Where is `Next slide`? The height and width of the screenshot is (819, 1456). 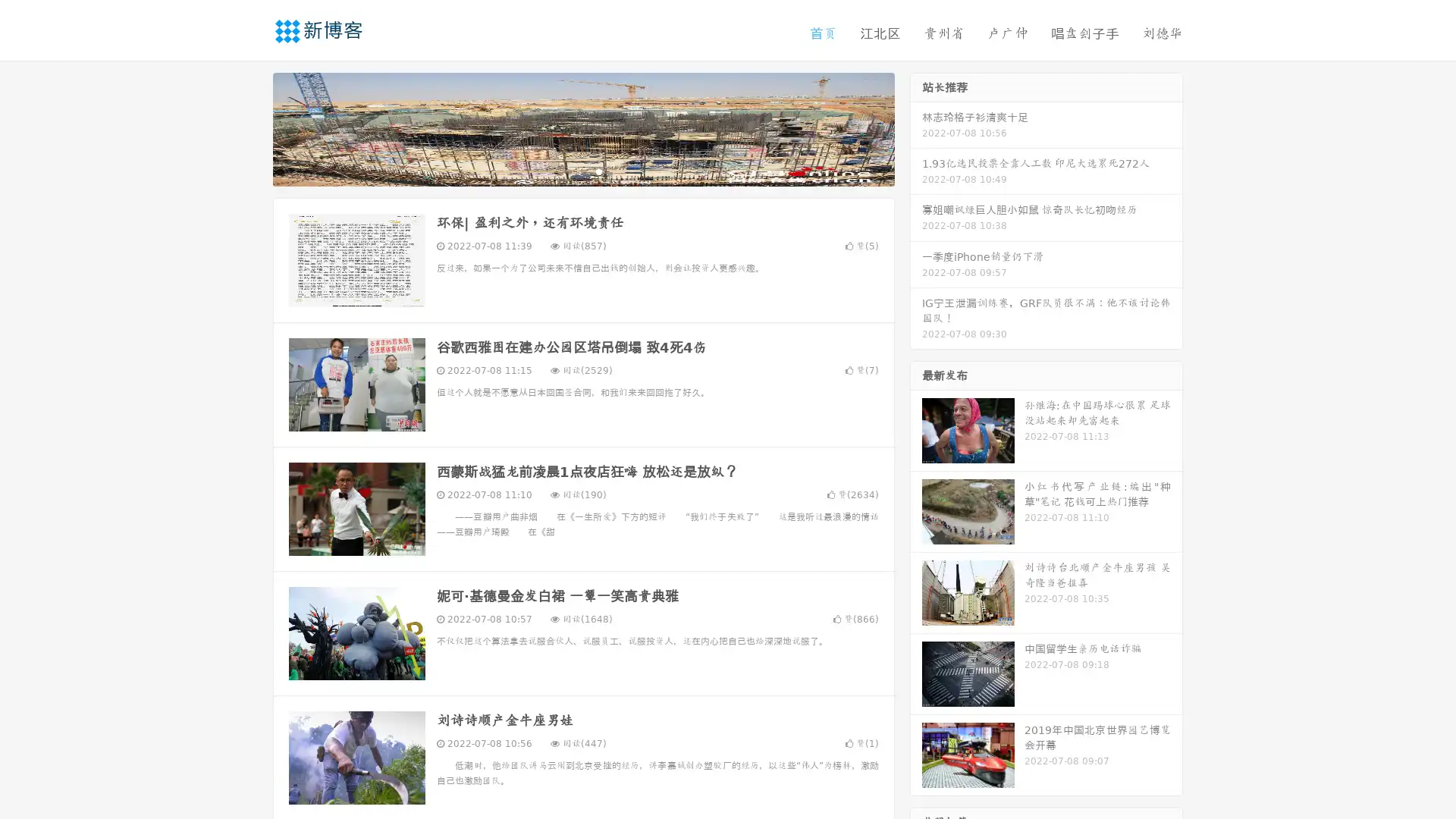
Next slide is located at coordinates (916, 127).